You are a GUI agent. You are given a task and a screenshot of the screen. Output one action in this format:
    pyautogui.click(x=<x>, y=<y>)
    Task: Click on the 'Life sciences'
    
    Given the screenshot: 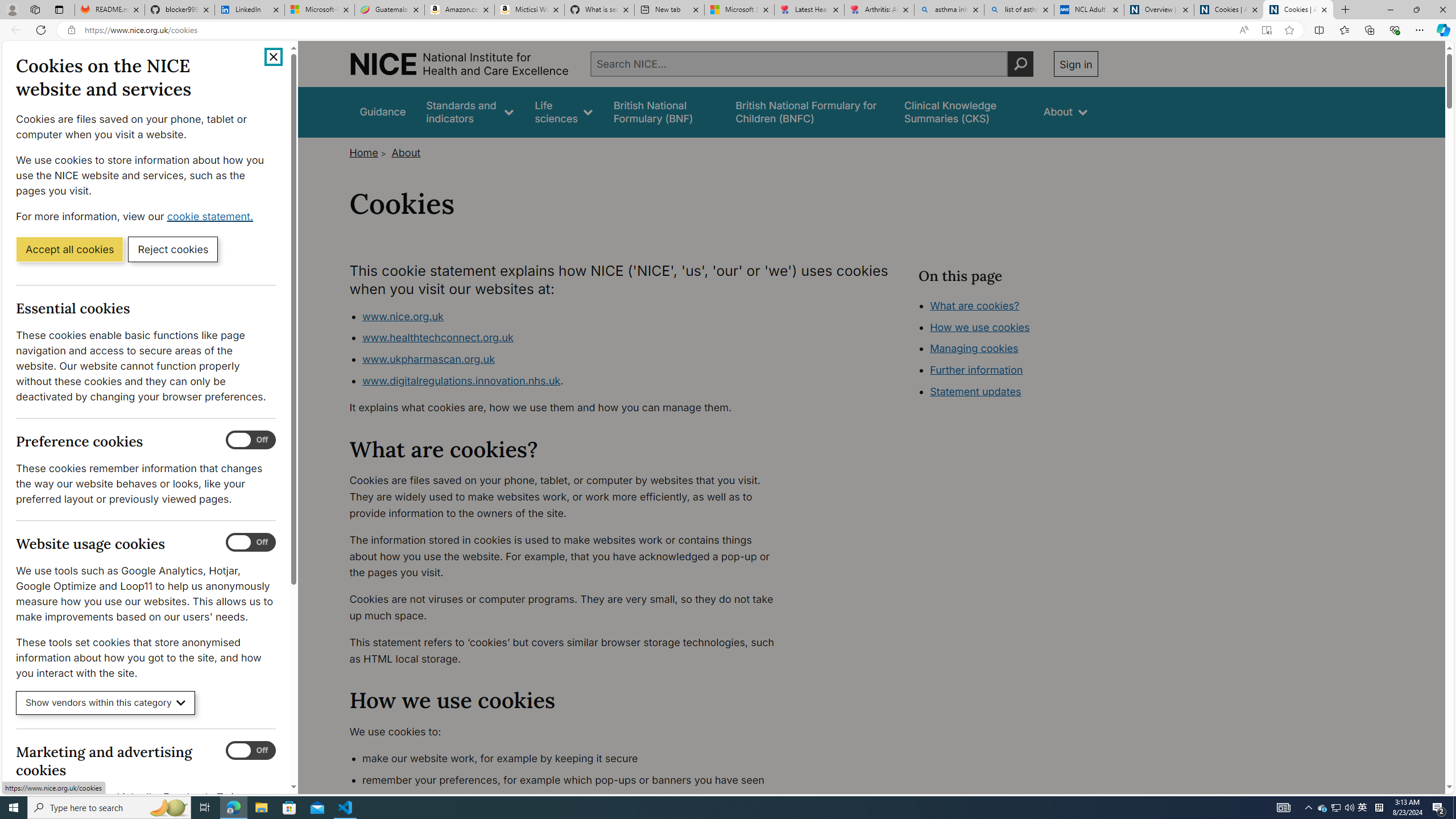 What is the action you would take?
    pyautogui.click(x=563, y=111)
    